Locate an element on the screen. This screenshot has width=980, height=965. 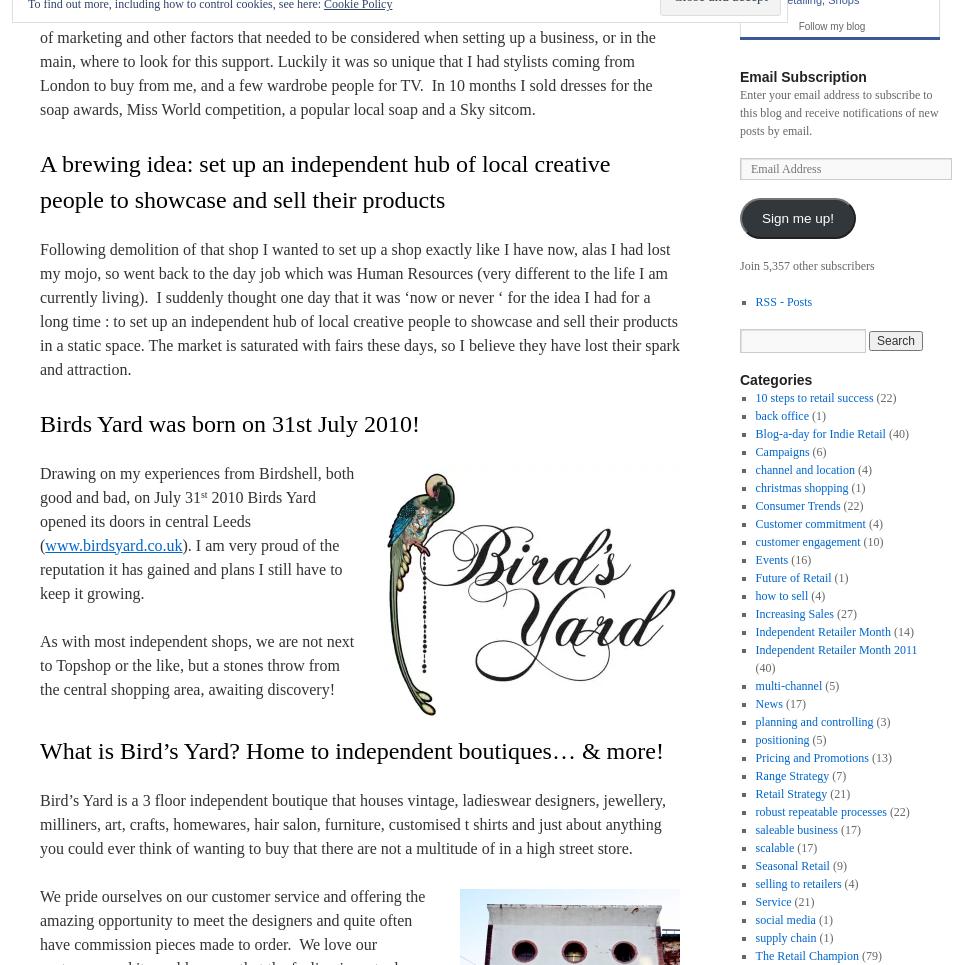
'As with most independent shops, we are not next to Topshop or the like, but a stones throw from the central shopping area, awaiting discovery!' is located at coordinates (196, 664).